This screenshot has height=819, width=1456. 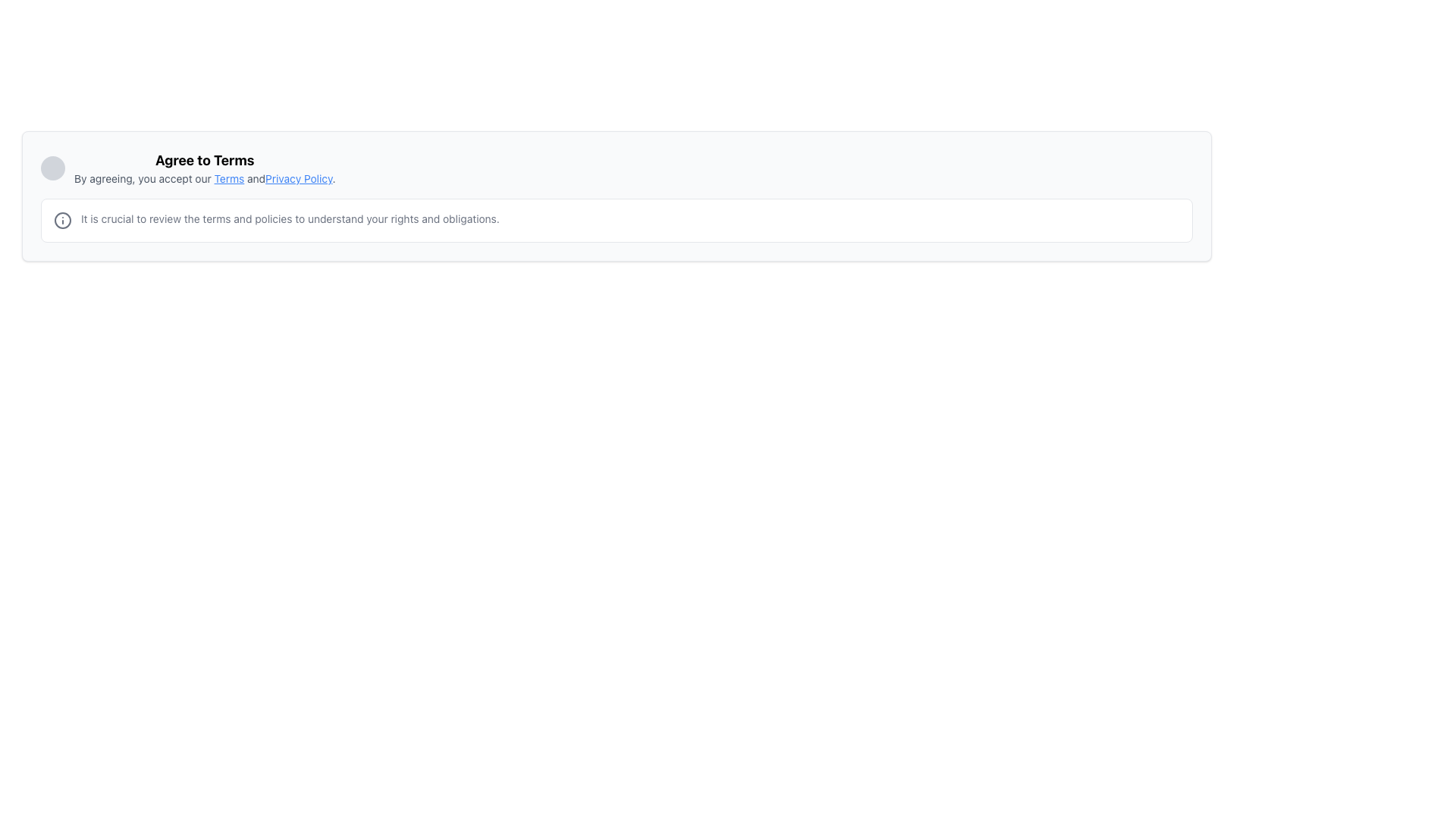 What do you see at coordinates (299, 177) in the screenshot?
I see `the 'Privacy Policy' hyperlink located in the text block under the heading 'Agree to Terms'` at bounding box center [299, 177].